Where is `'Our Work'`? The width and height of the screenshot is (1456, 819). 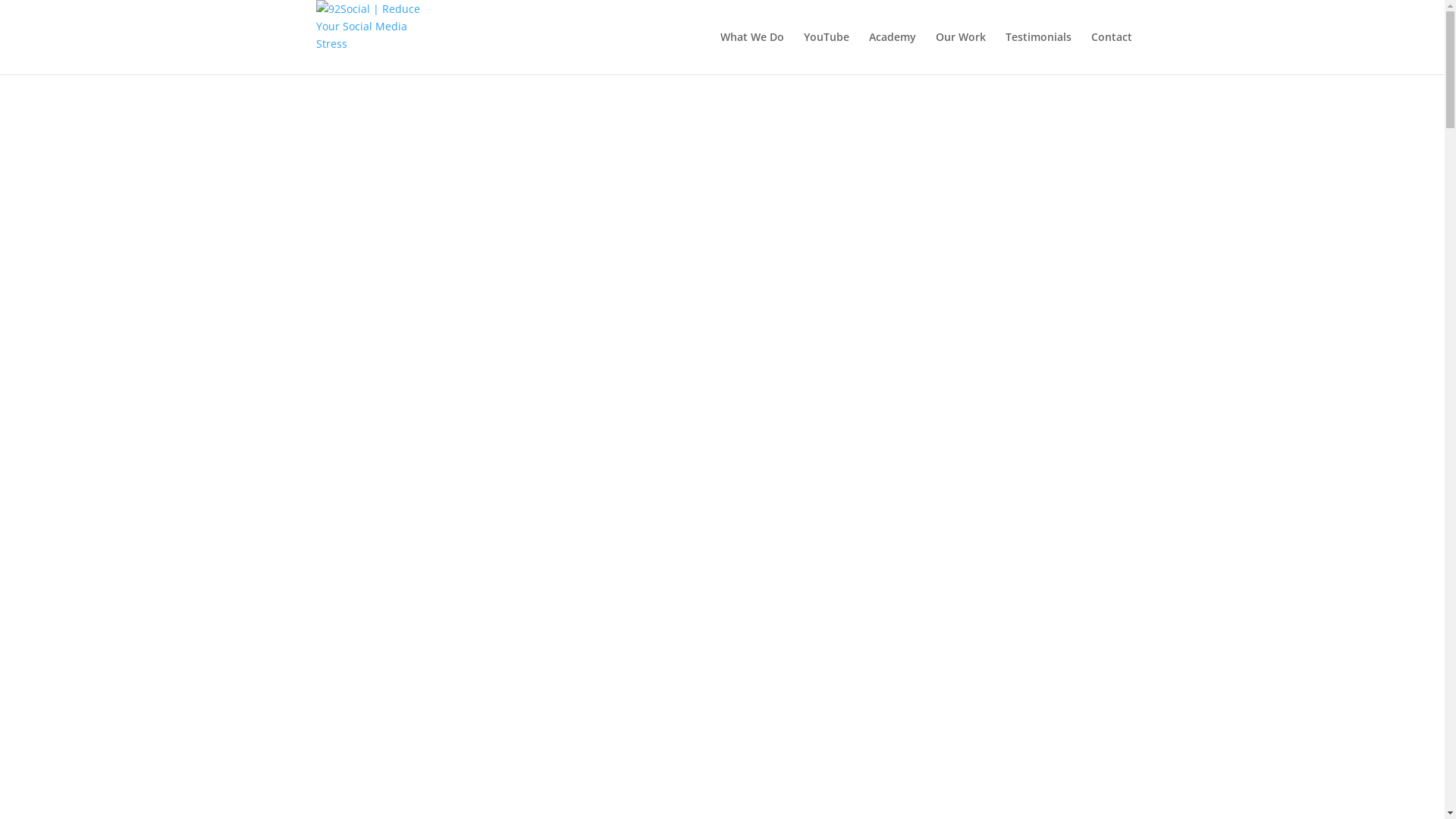 'Our Work' is located at coordinates (960, 52).